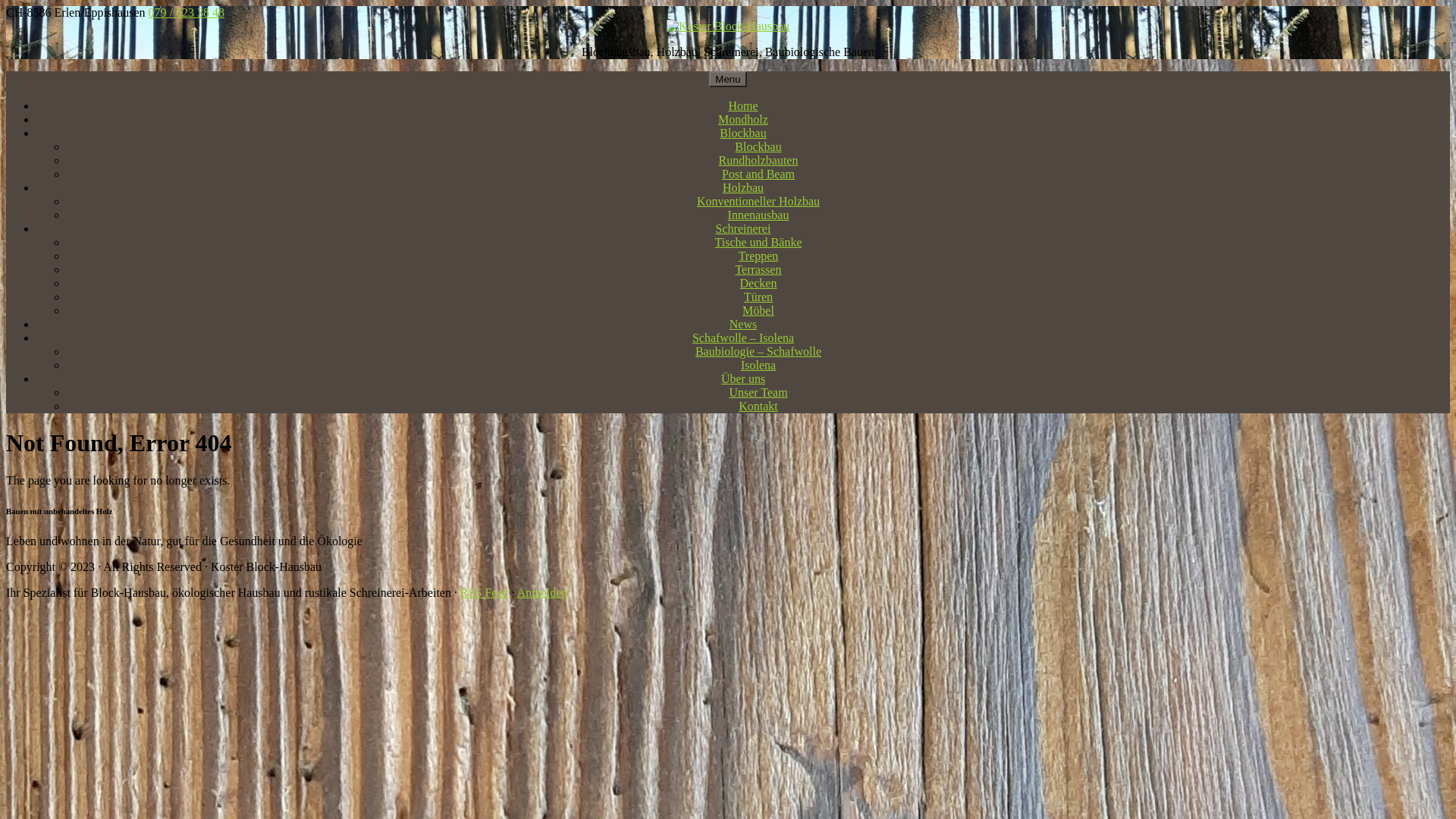 The height and width of the screenshot is (819, 1456). I want to click on 'Holzbau', so click(742, 187).